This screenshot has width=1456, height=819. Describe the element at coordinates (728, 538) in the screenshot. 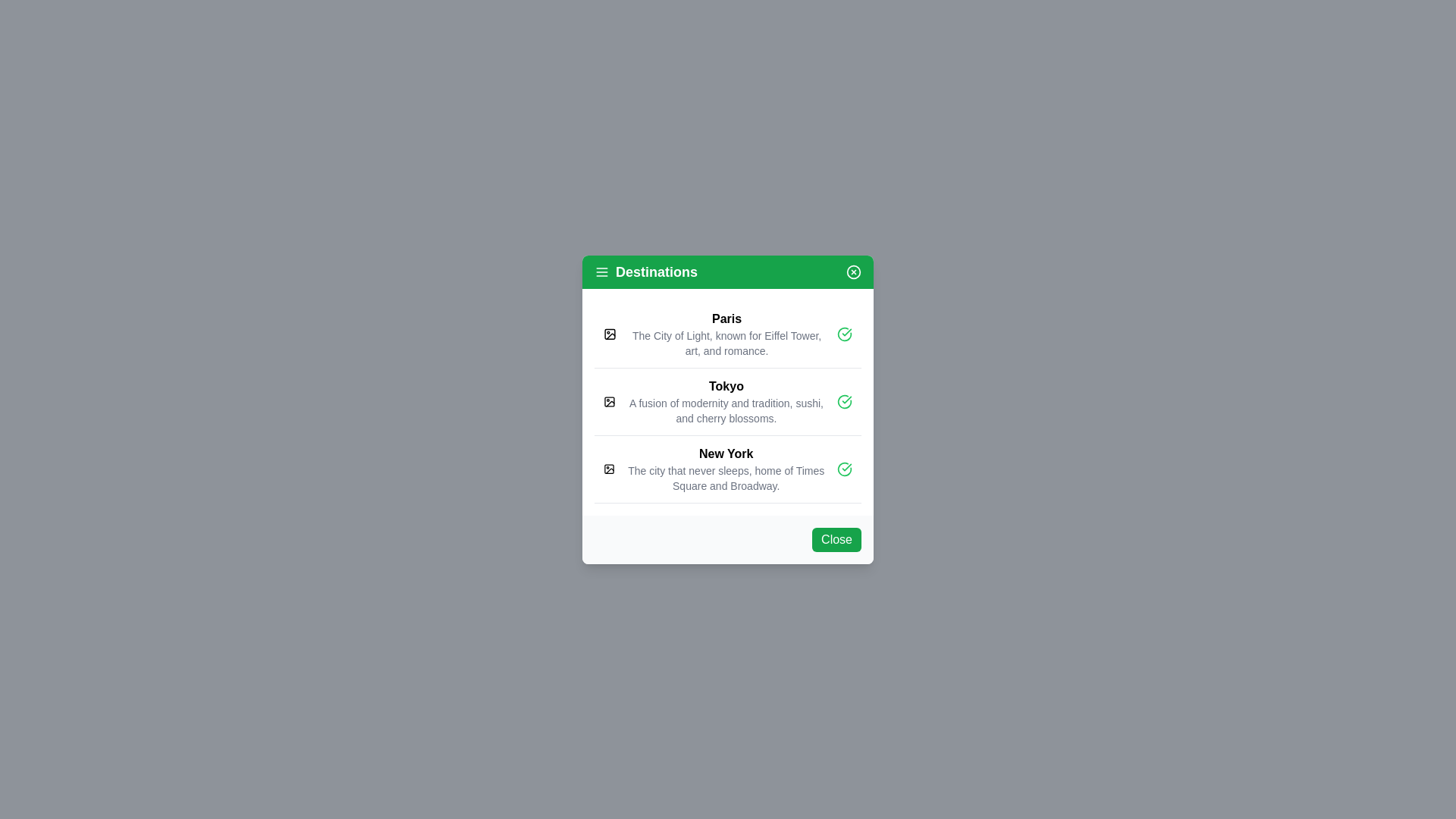

I see `the 'Close' button with a green background located in the bottom-right corner of the modal` at that location.